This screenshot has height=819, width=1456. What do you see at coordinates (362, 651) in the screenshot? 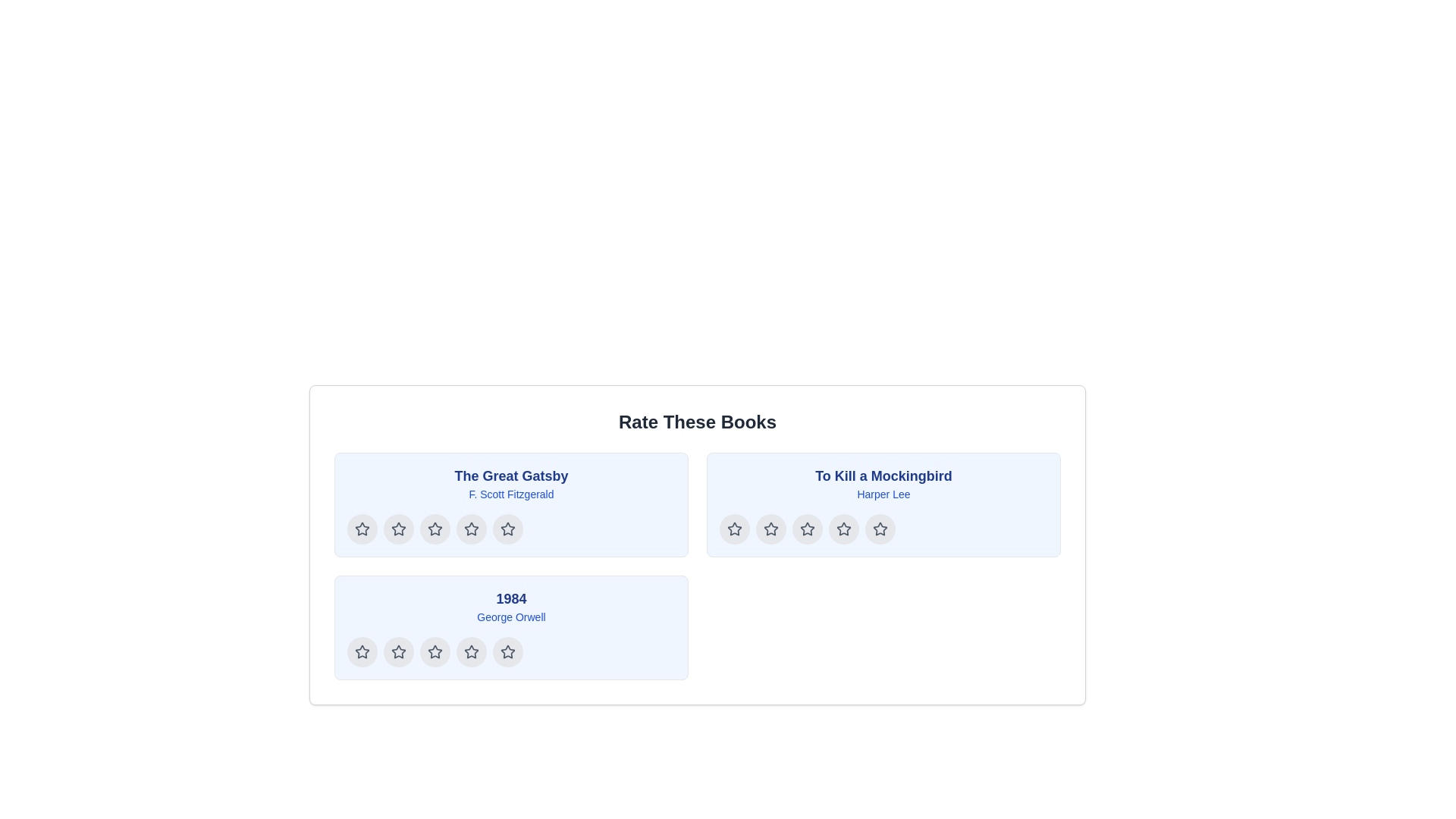
I see `the first star icon in the five-star rating system for '1984' by George Orwell, located at the bottom left of the second book rating row` at bounding box center [362, 651].